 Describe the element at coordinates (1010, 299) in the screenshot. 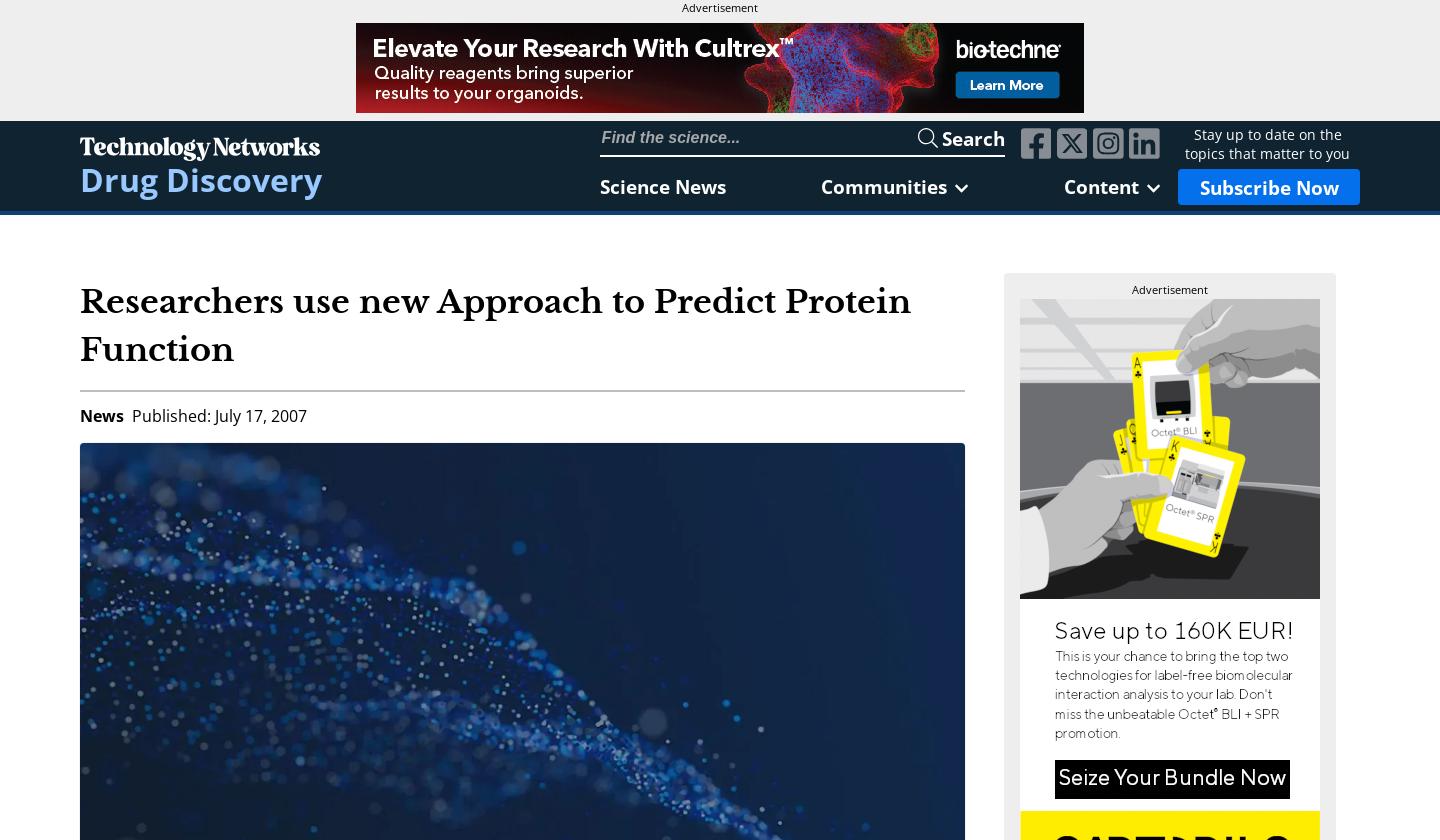

I see `'Industry Insights'` at that location.